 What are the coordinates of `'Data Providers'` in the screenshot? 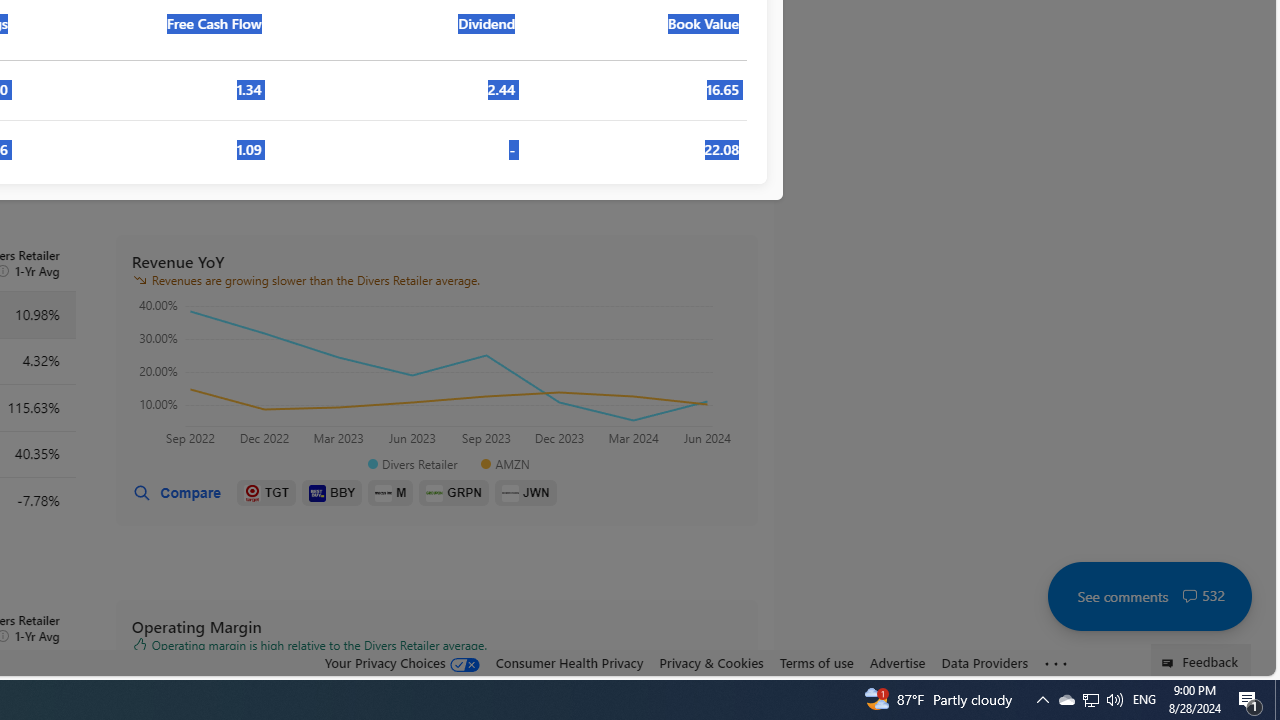 It's located at (984, 663).